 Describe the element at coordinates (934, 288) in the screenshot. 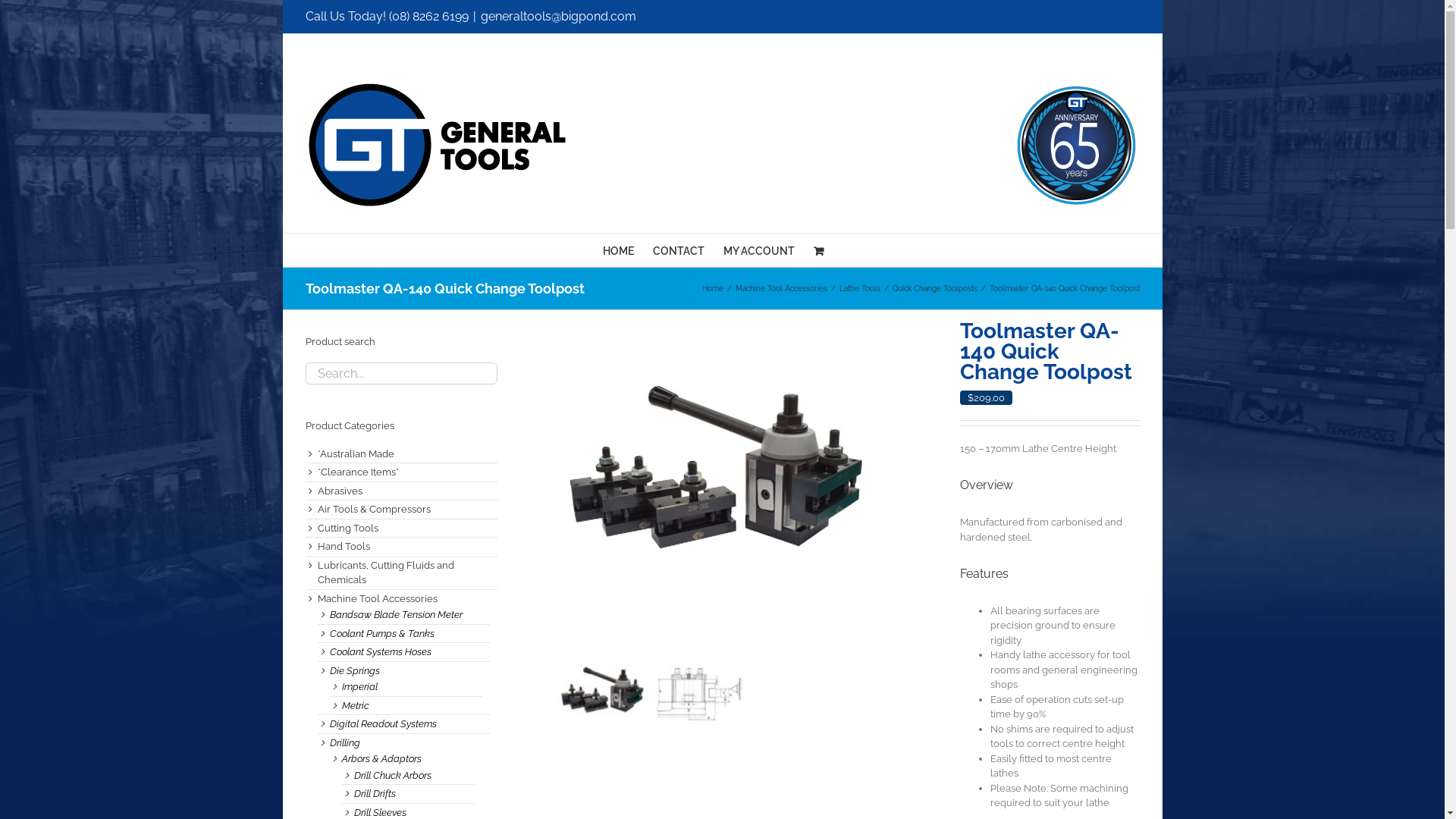

I see `'Quick Change Toolposts'` at that location.